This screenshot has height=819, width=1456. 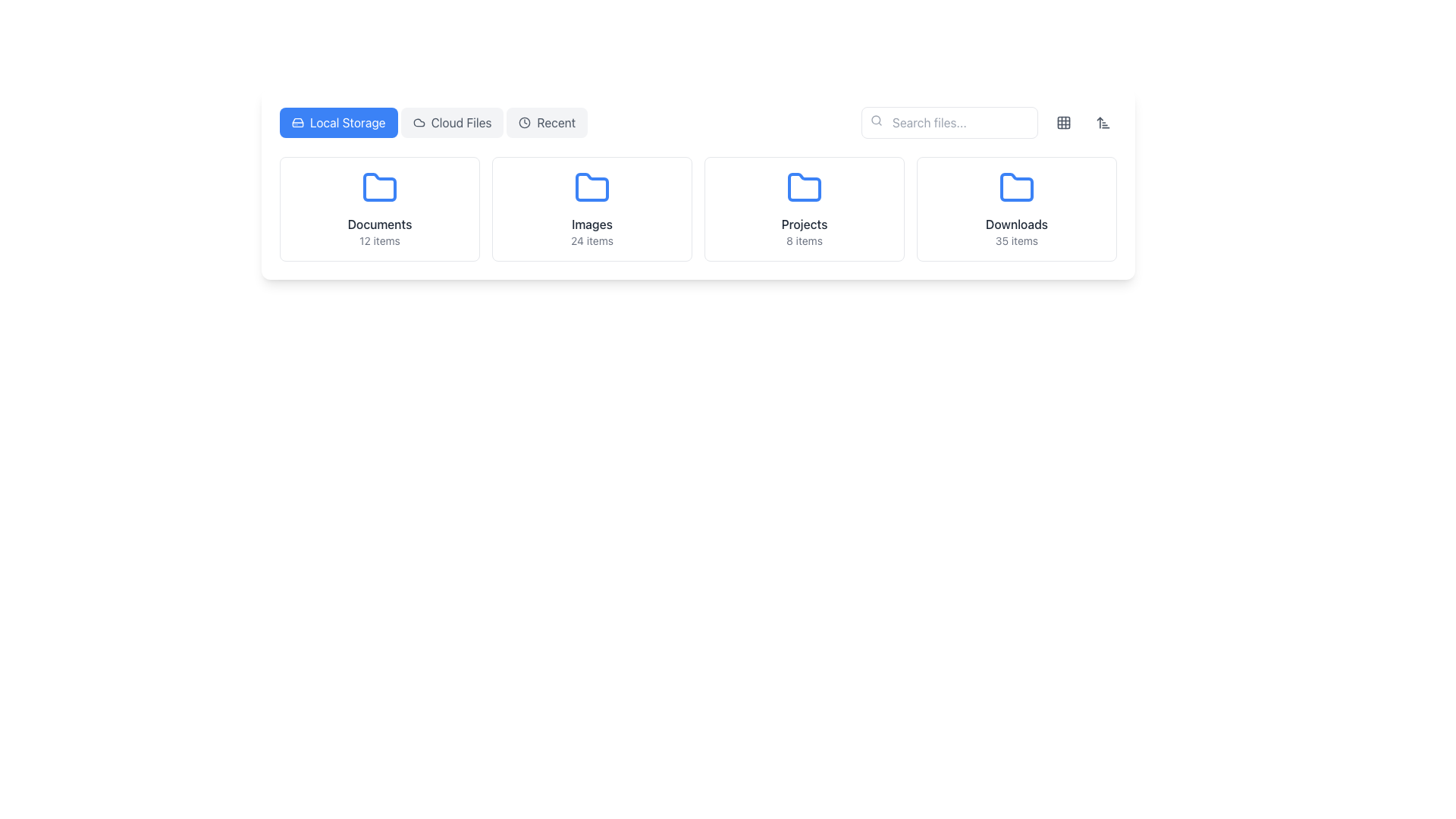 What do you see at coordinates (379, 209) in the screenshot?
I see `the clickable card containing a blue folder icon and the text 'Documents' and '12 items', positioned as the first card on the left in the grid layout` at bounding box center [379, 209].